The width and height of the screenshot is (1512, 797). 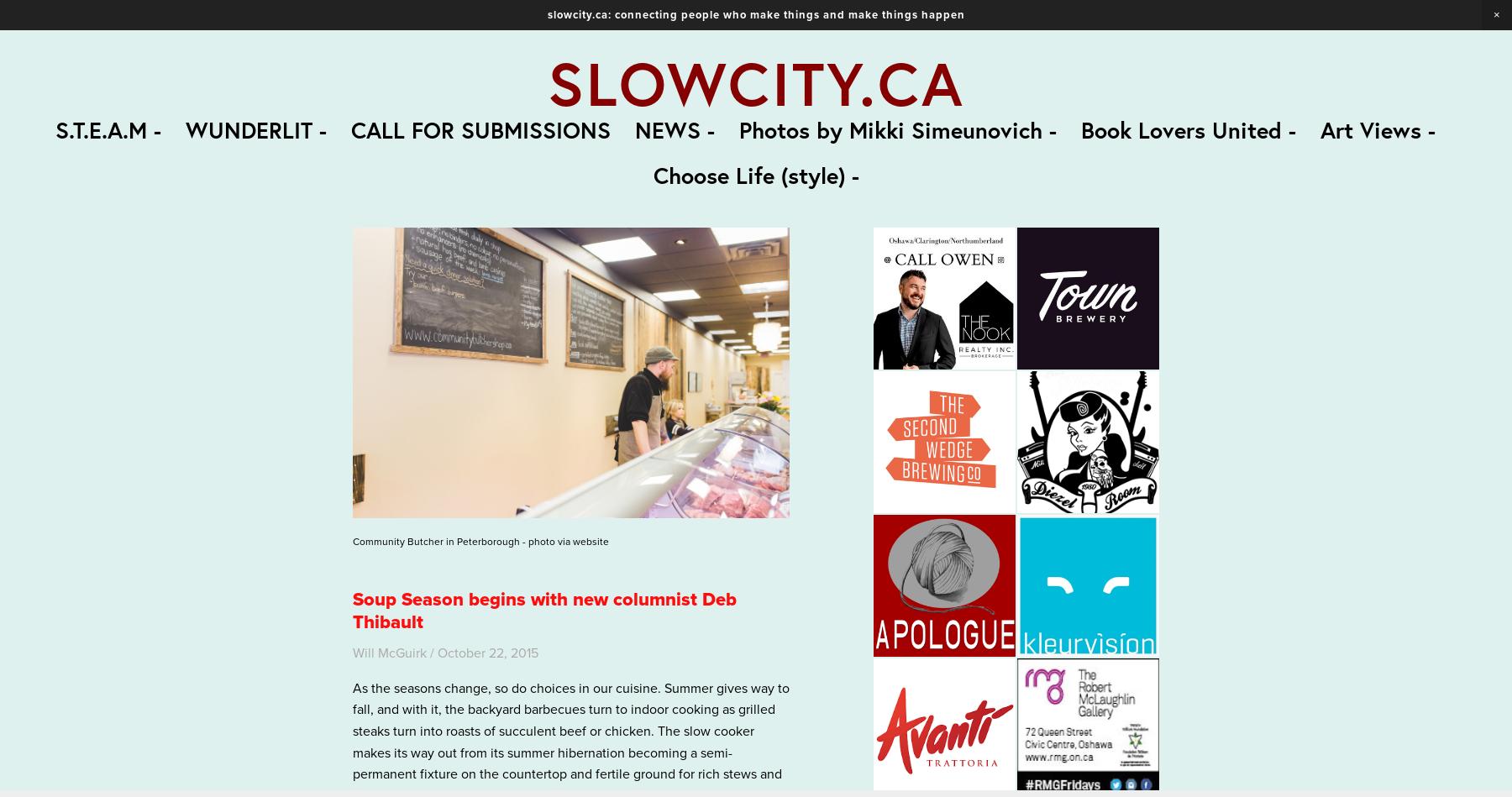 I want to click on 'SLOWCITY.CA', so click(x=755, y=82).